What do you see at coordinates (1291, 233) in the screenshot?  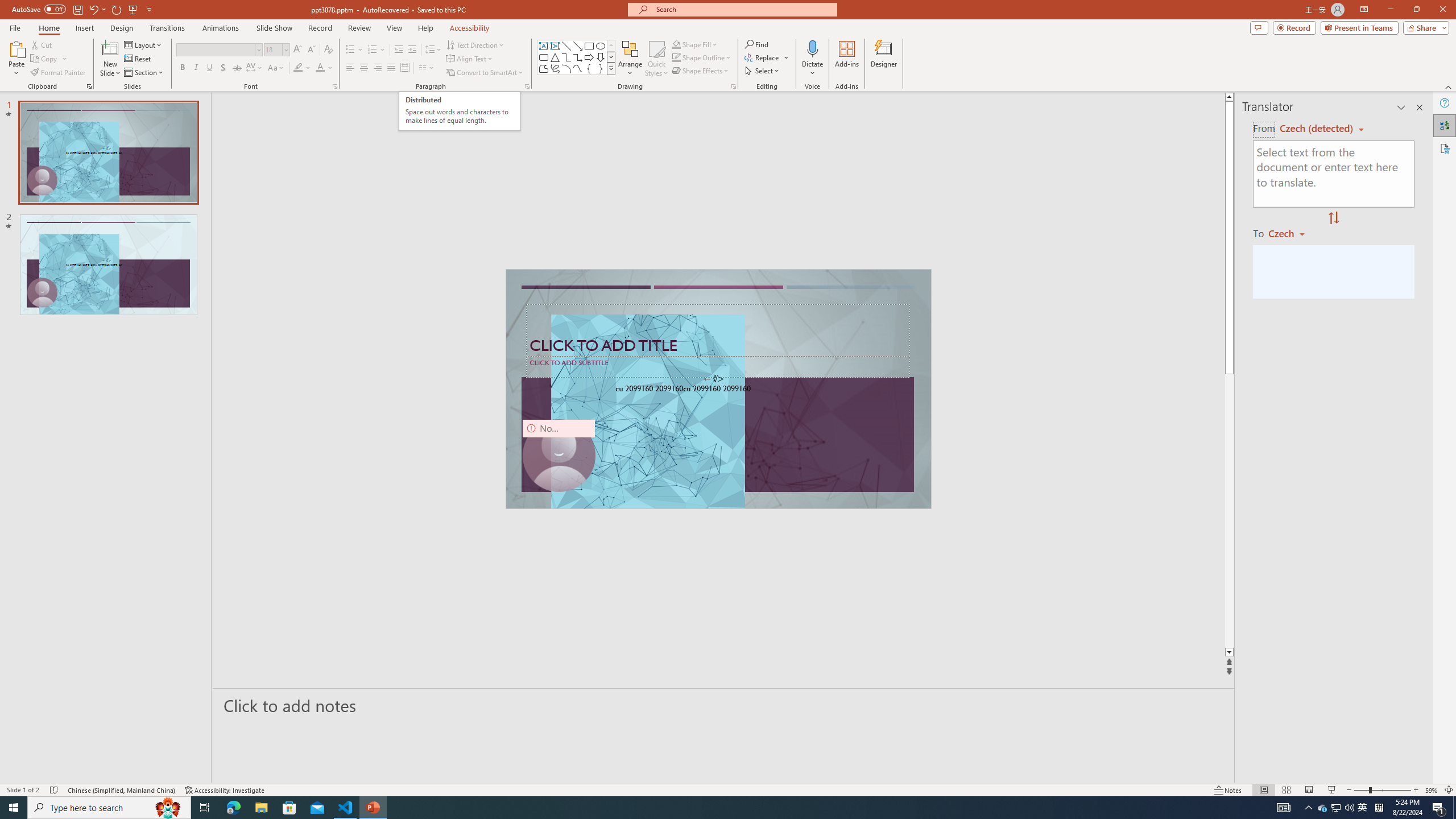 I see `'Czech'` at bounding box center [1291, 233].